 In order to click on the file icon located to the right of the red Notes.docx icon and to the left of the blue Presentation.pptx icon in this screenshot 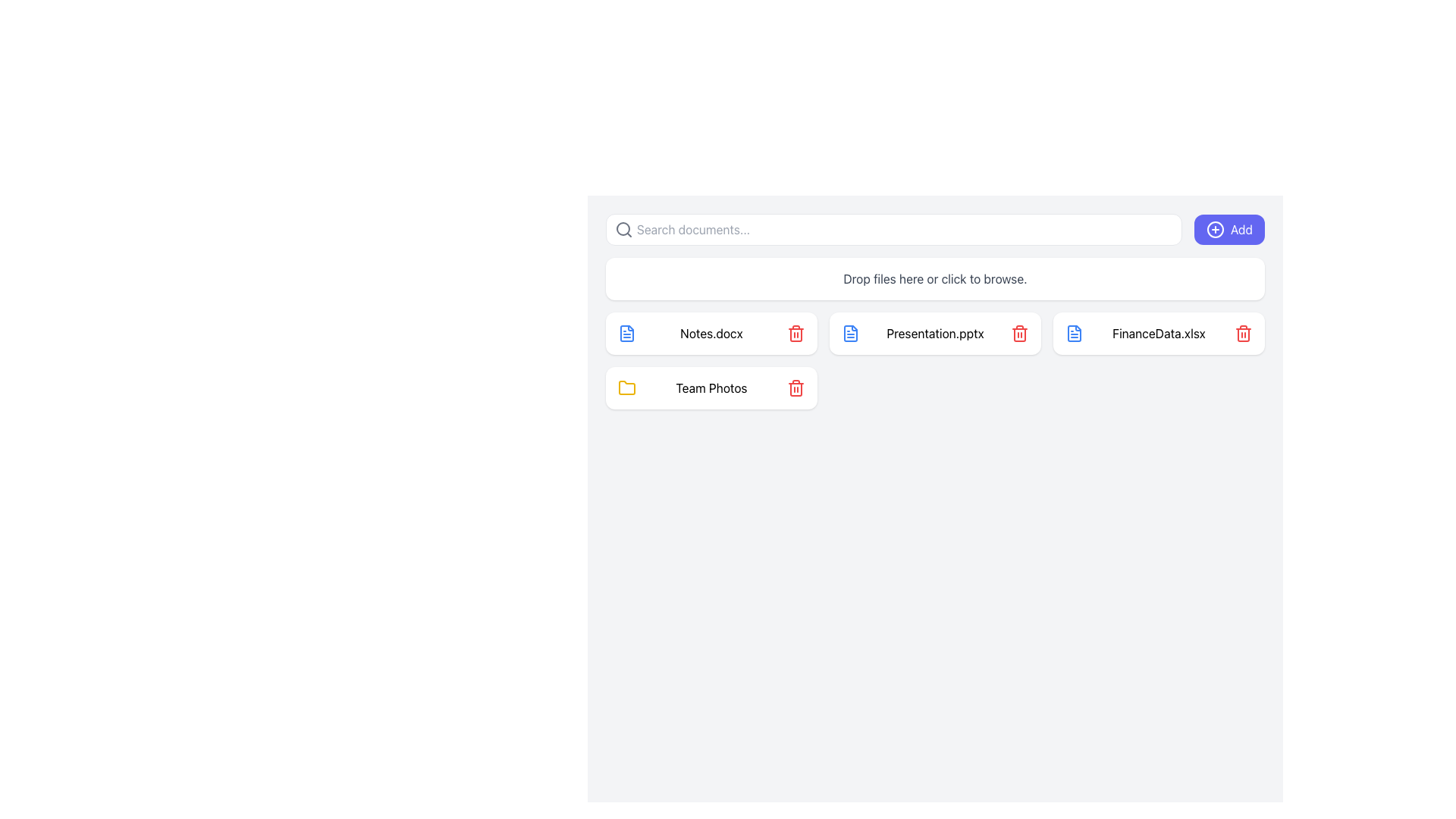, I will do `click(626, 332)`.